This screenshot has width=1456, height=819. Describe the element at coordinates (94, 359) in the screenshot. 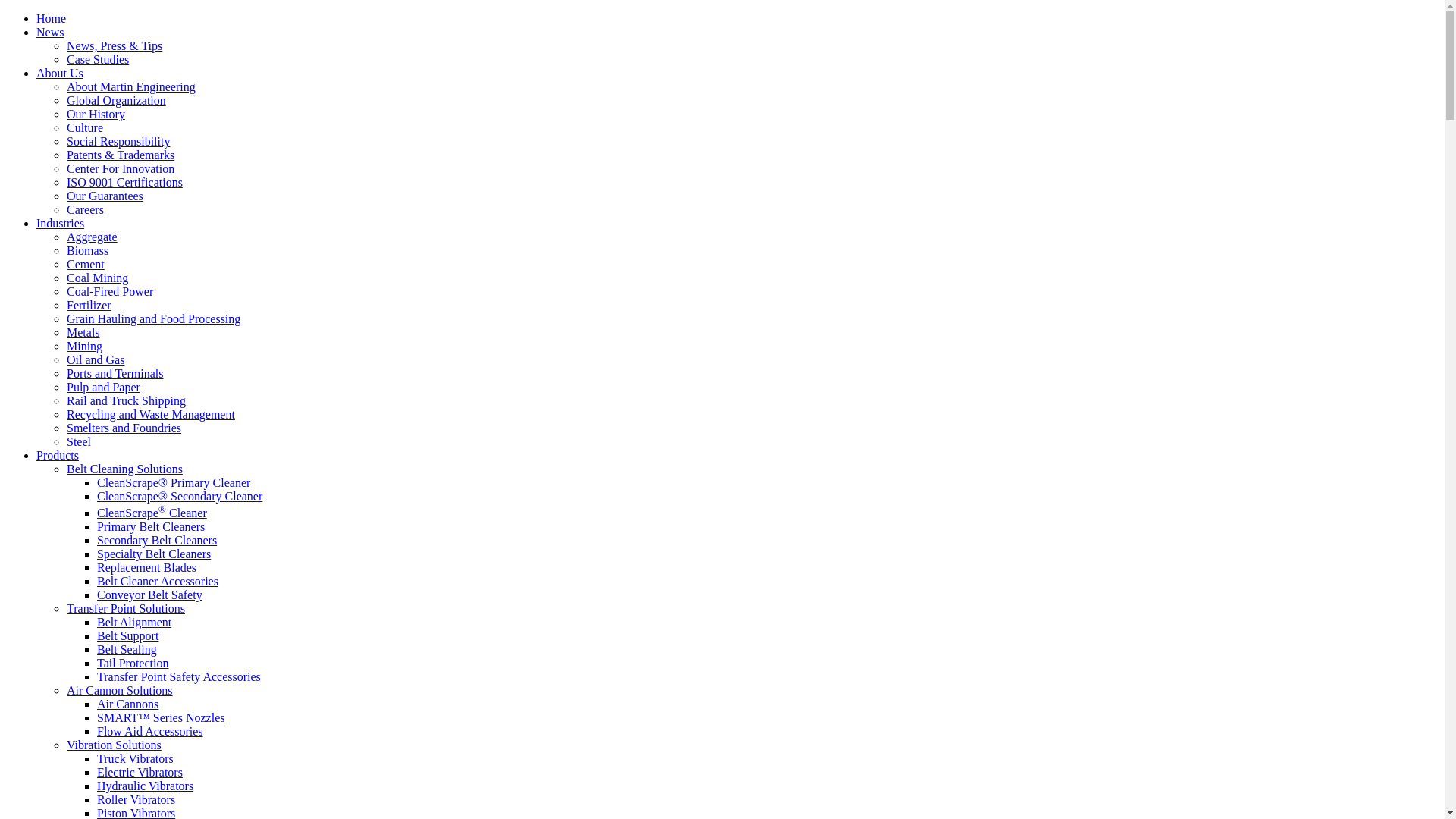

I see `'Oil and Gas'` at that location.